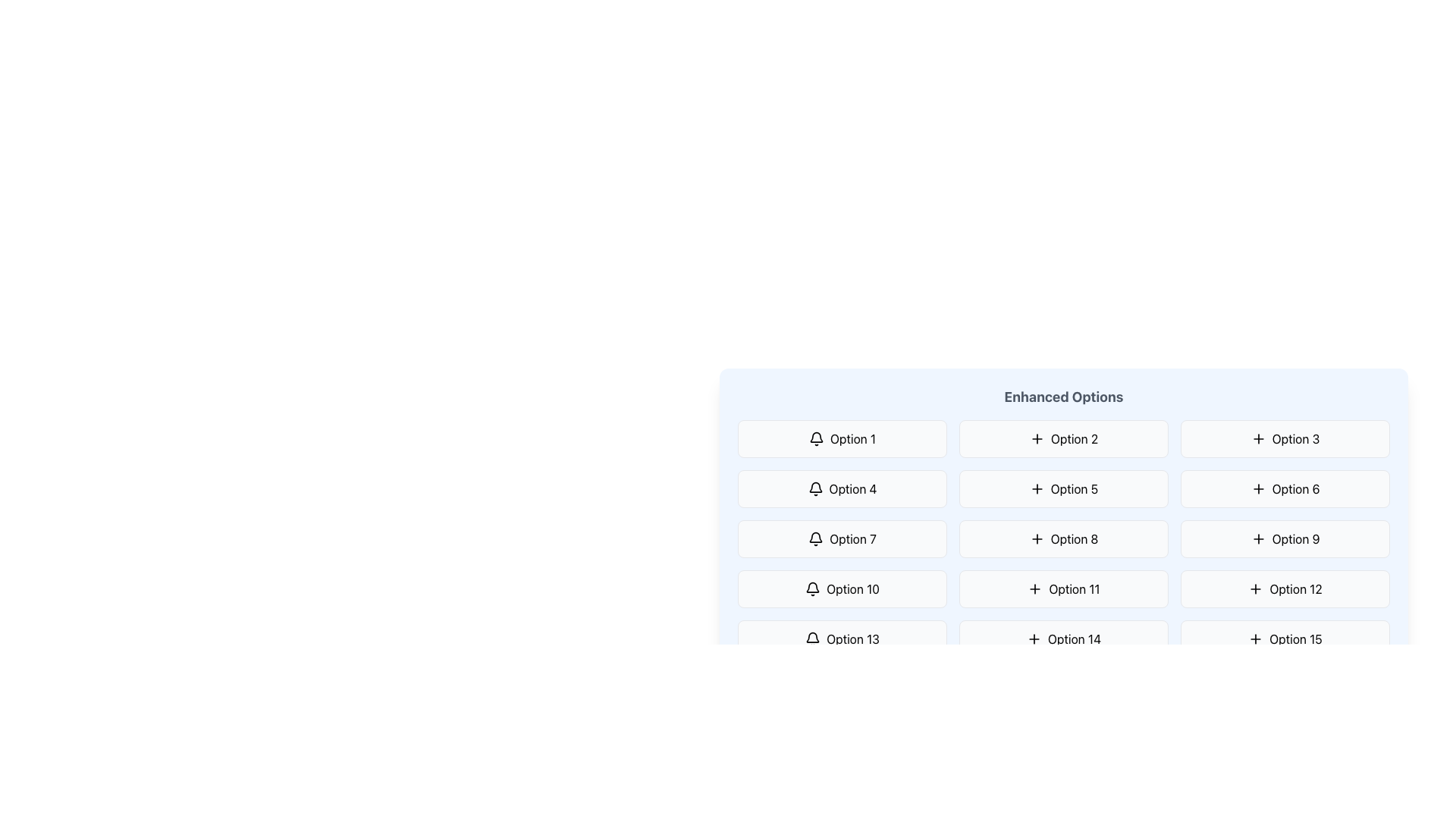  What do you see at coordinates (1062, 497) in the screenshot?
I see `the rectangular button labeled 'Option 5' with a '+' icon` at bounding box center [1062, 497].